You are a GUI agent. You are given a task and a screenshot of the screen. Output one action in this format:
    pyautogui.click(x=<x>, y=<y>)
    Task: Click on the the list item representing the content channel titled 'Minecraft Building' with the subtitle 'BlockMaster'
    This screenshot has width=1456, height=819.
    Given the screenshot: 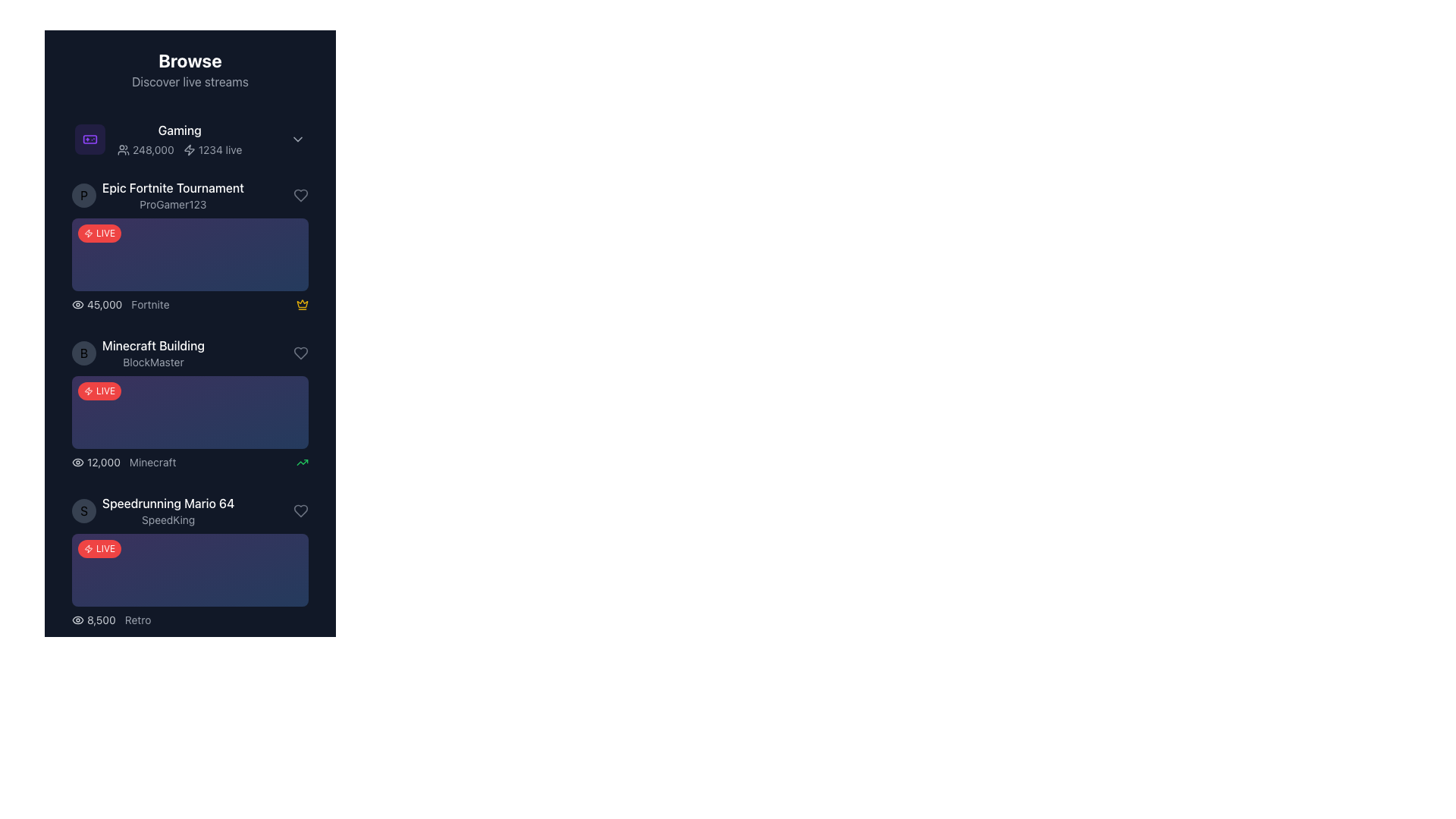 What is the action you would take?
    pyautogui.click(x=189, y=353)
    